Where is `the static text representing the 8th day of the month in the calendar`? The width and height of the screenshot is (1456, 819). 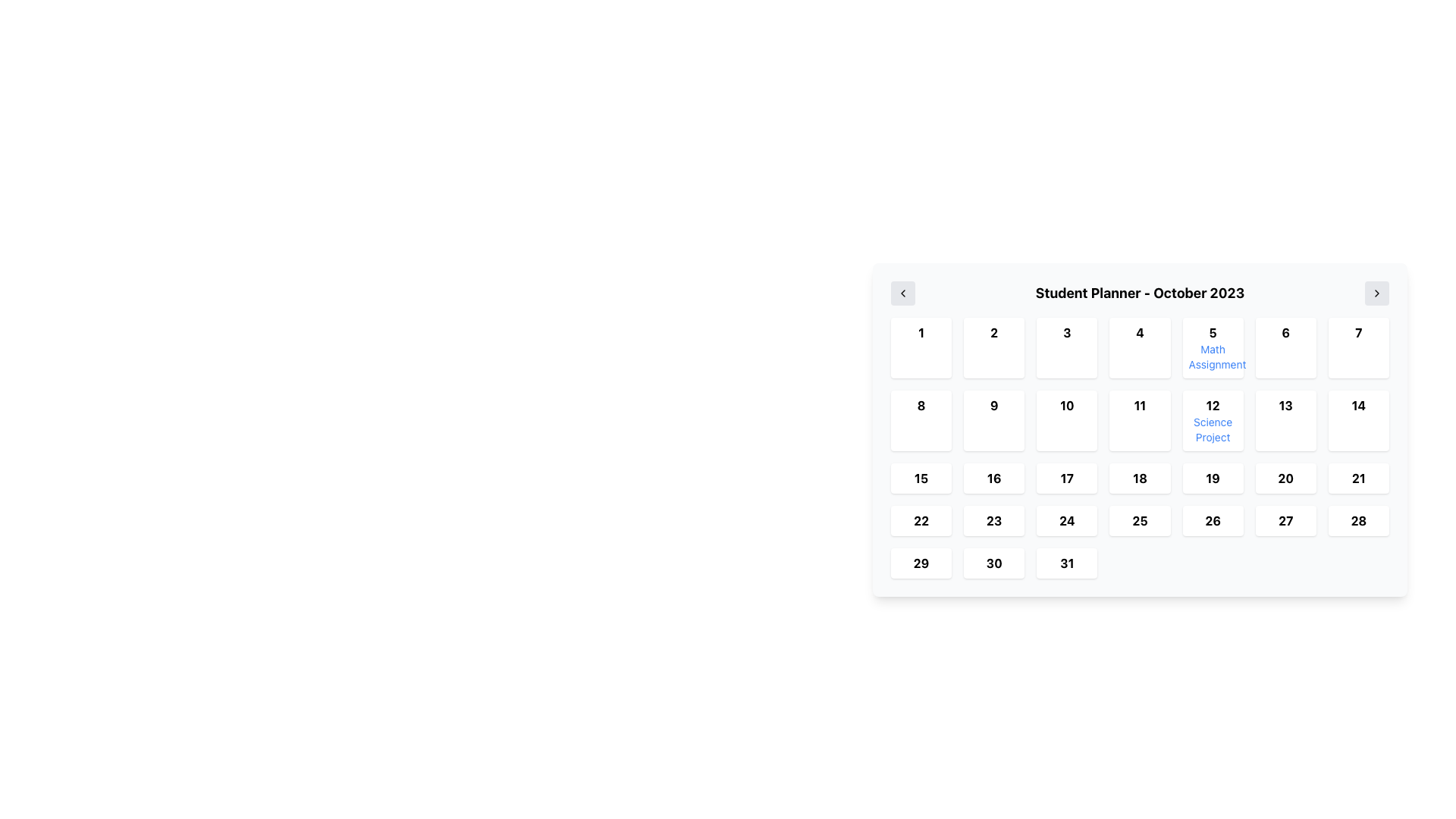
the static text representing the 8th day of the month in the calendar is located at coordinates (920, 405).